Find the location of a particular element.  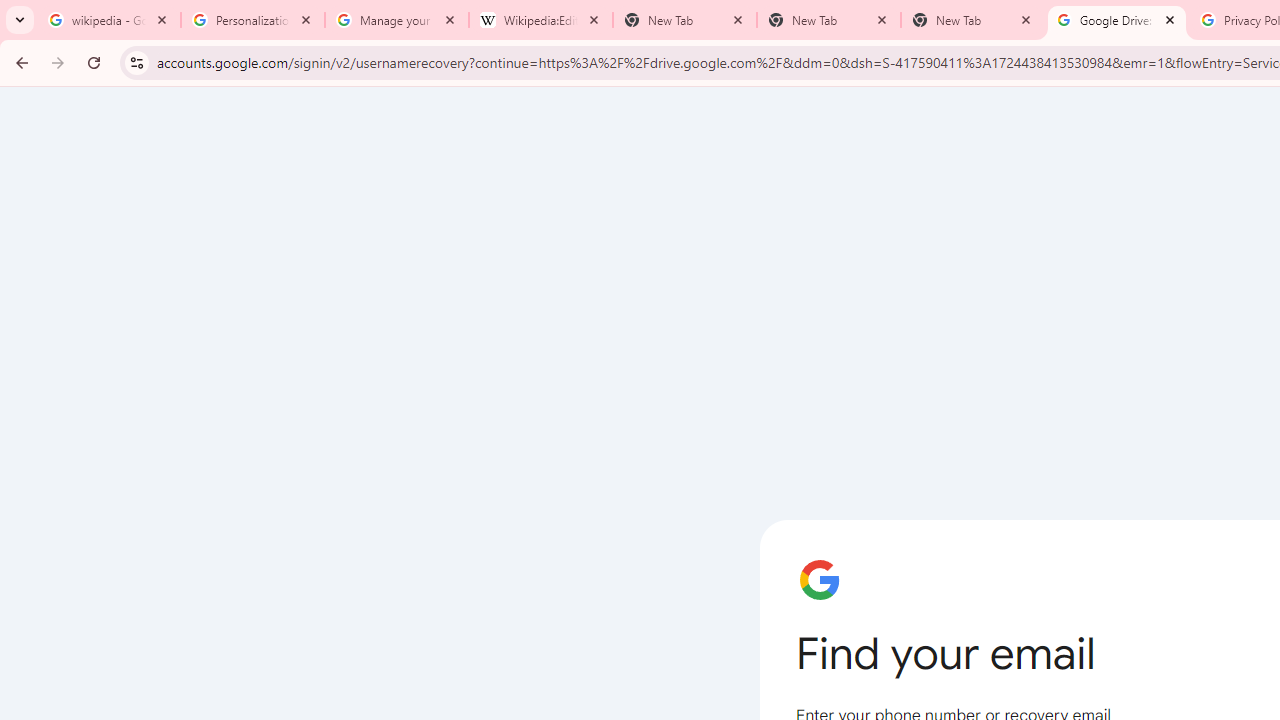

'Personalization & Google Search results - Google Search Help' is located at coordinates (251, 20).